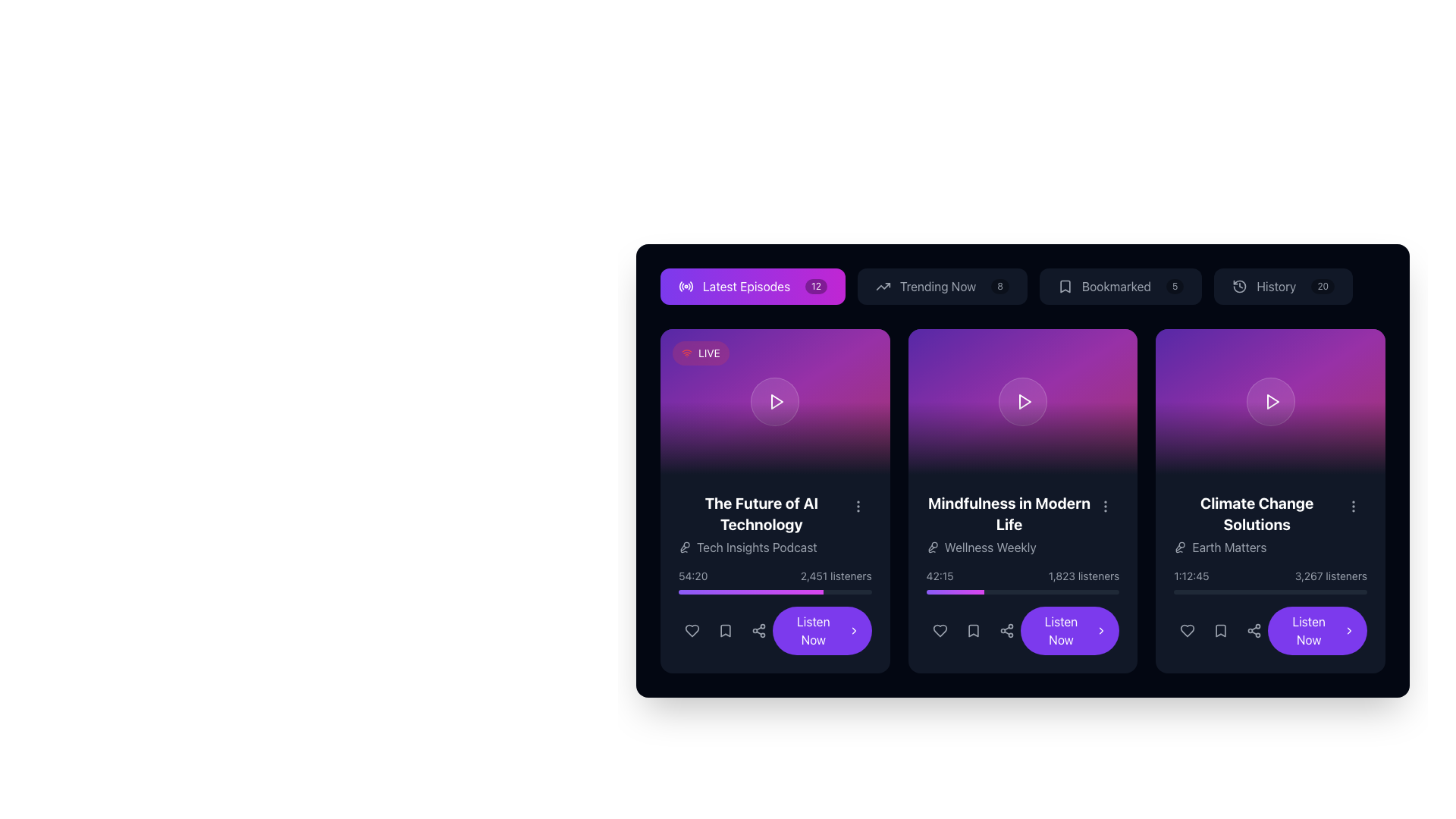 This screenshot has width=1456, height=819. I want to click on the 'Listen Now' button, which is a rounded rectangular button with a violet gradient background and white text, located in the bottom section of the third card in a row of cards, so click(1316, 631).